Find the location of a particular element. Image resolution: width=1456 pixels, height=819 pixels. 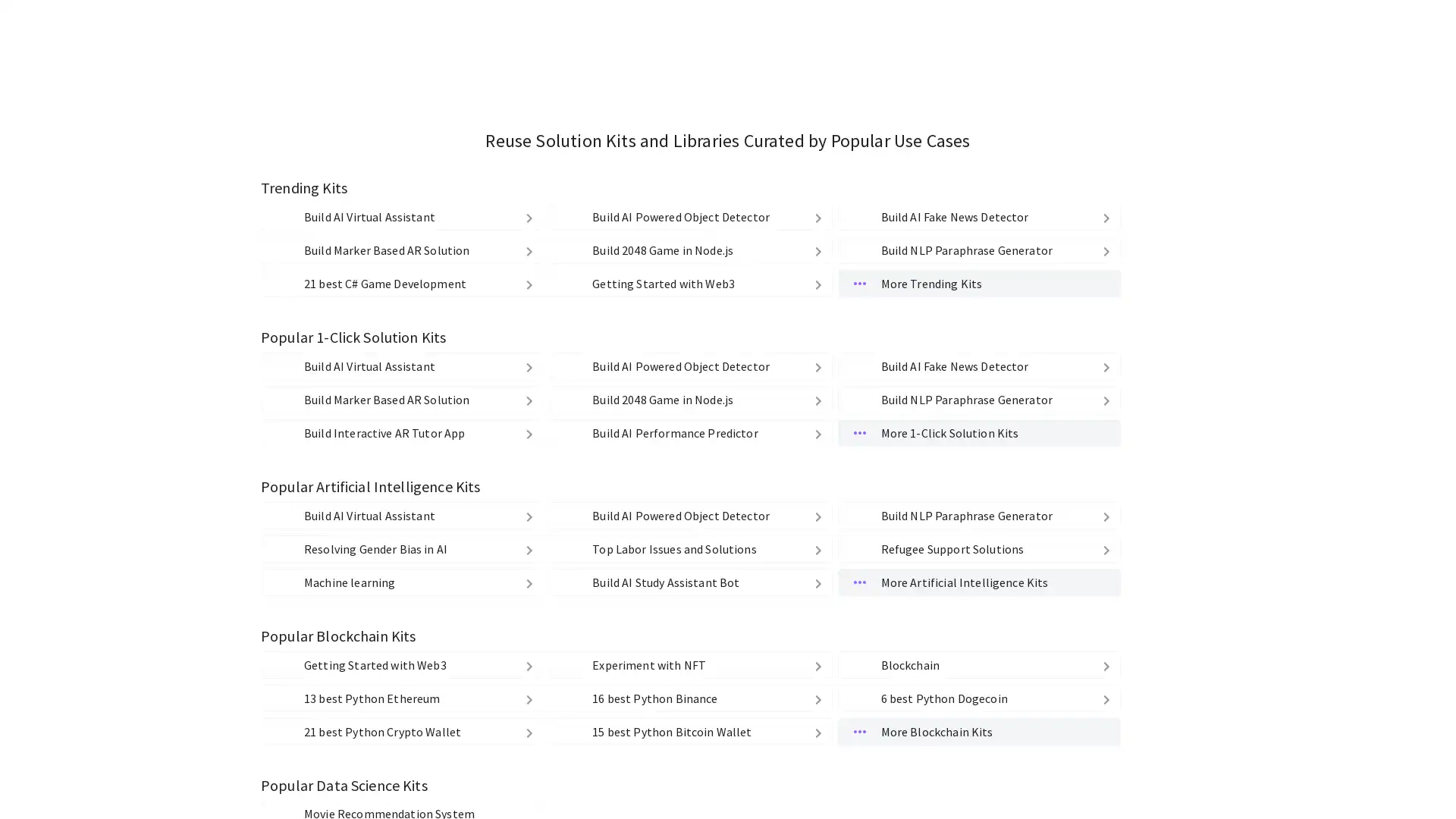

No License is located at coordinates (644, 447).